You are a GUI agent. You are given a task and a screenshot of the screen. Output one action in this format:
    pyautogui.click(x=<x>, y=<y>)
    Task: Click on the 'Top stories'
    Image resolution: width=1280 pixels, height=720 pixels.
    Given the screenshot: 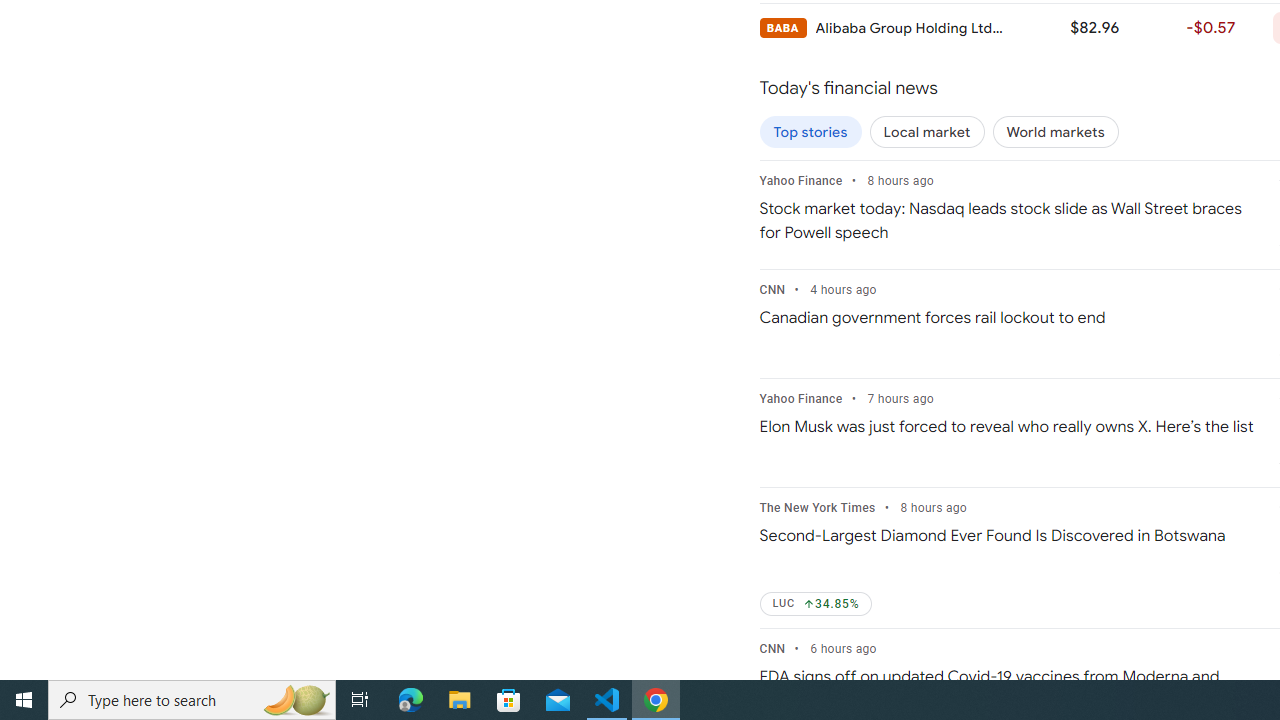 What is the action you would take?
    pyautogui.click(x=810, y=132)
    